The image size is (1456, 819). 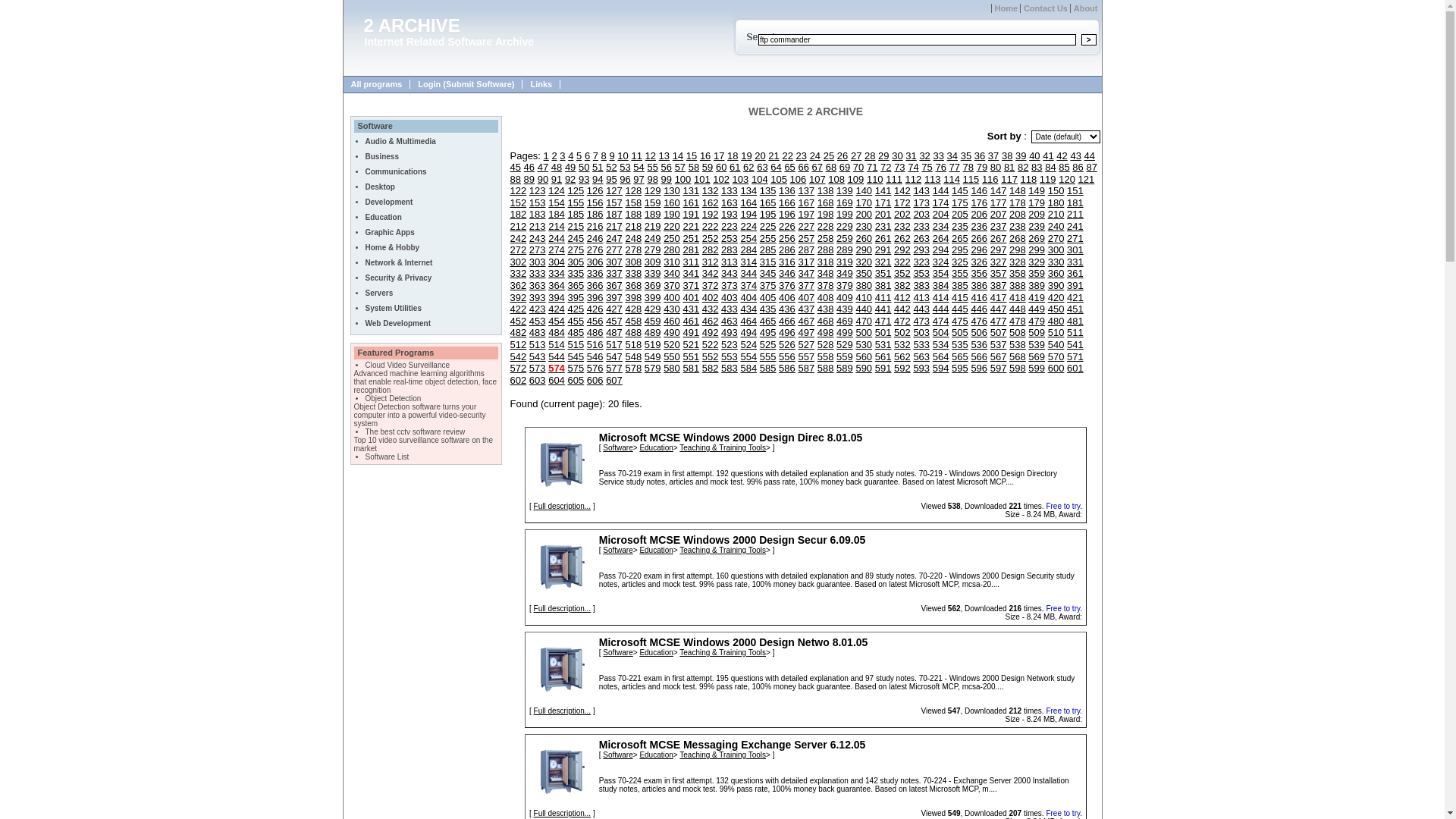 What do you see at coordinates (399, 262) in the screenshot?
I see `'Network & Internet'` at bounding box center [399, 262].